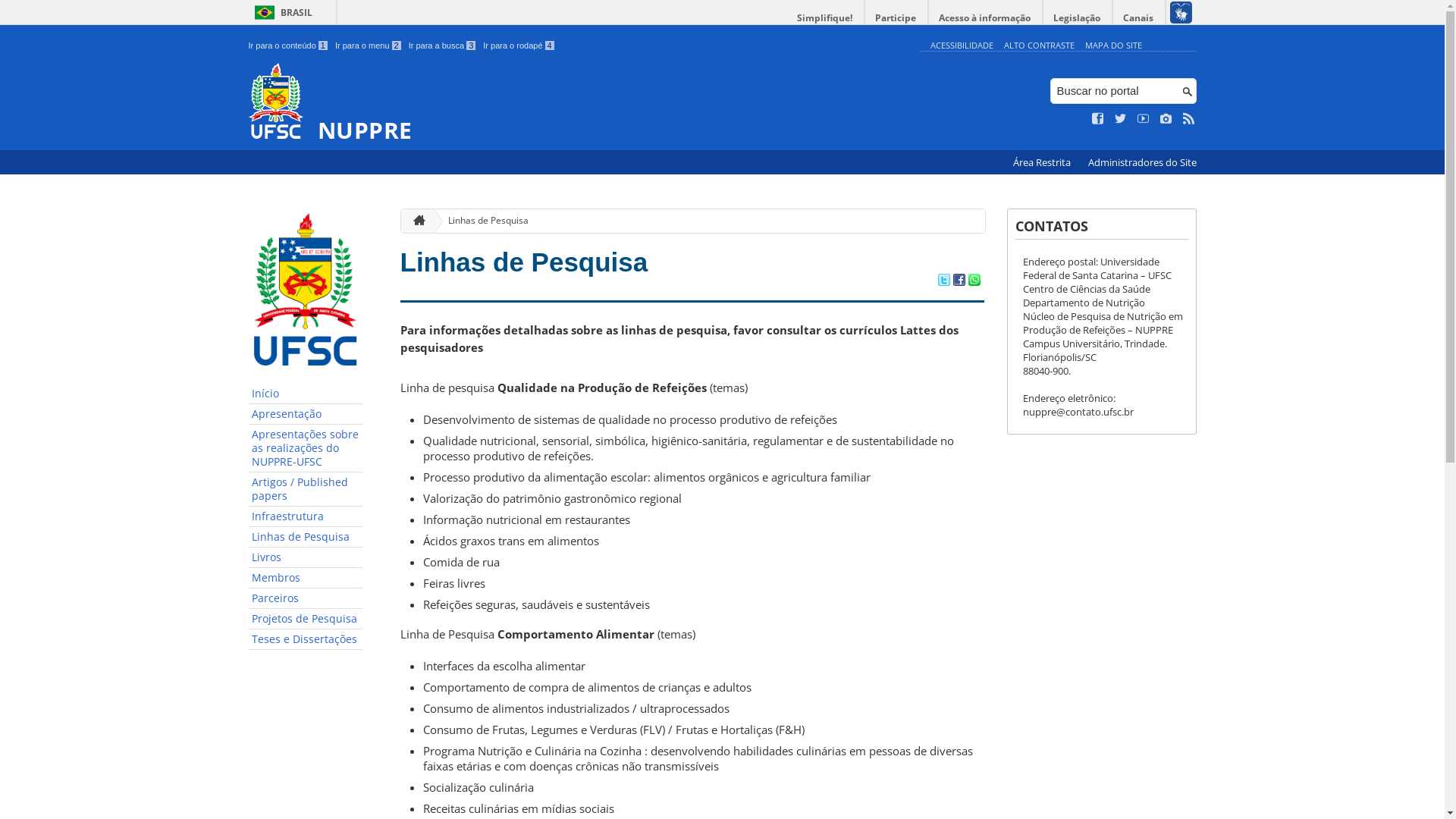 The width and height of the screenshot is (1456, 819). I want to click on 'Ir para a busca 3', so click(441, 45).